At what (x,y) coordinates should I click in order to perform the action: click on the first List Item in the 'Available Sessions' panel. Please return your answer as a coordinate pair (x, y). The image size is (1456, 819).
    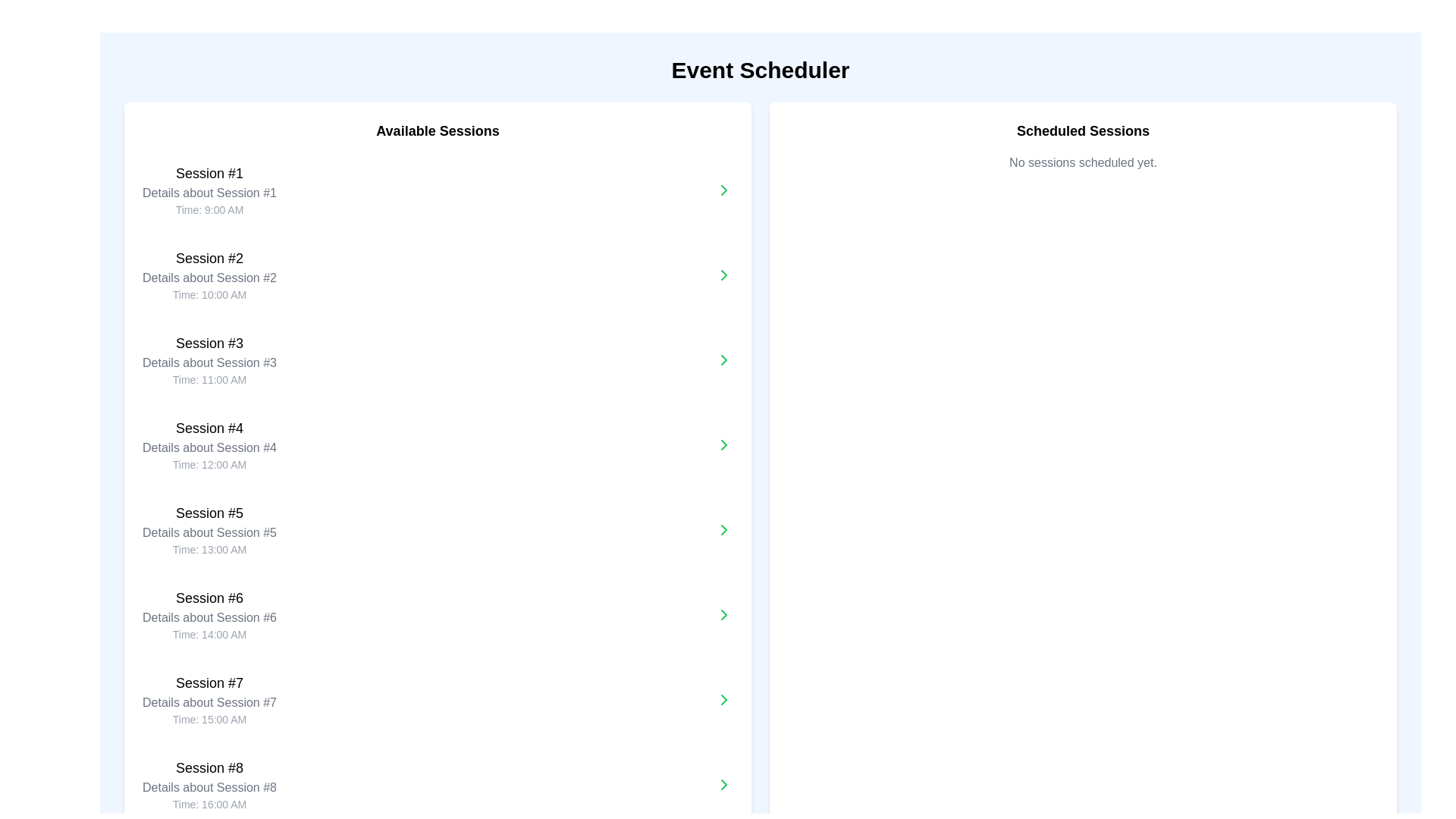
    Looking at the image, I should click on (209, 189).